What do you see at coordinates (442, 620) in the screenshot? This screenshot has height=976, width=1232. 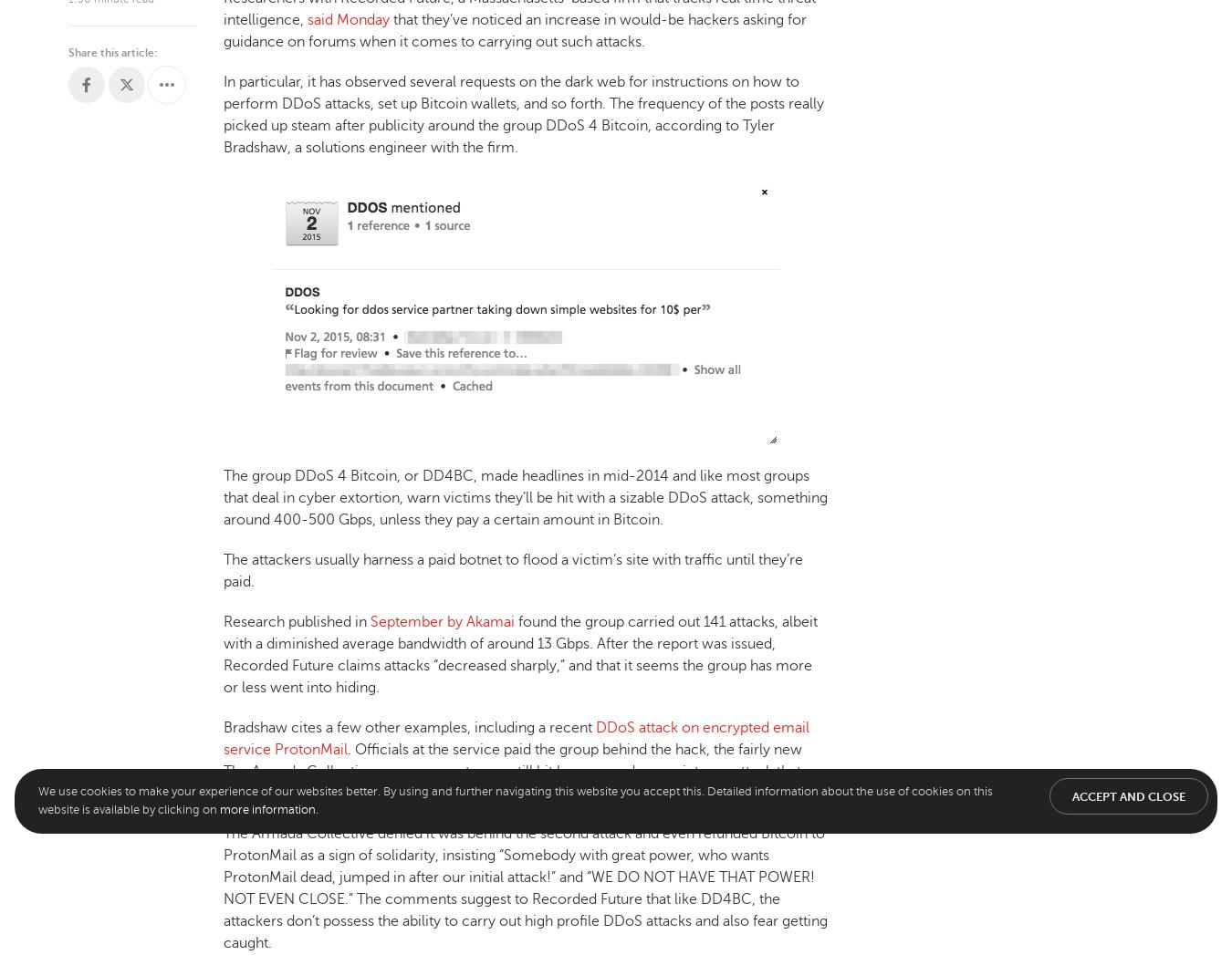 I see `'September by Akamai'` at bounding box center [442, 620].